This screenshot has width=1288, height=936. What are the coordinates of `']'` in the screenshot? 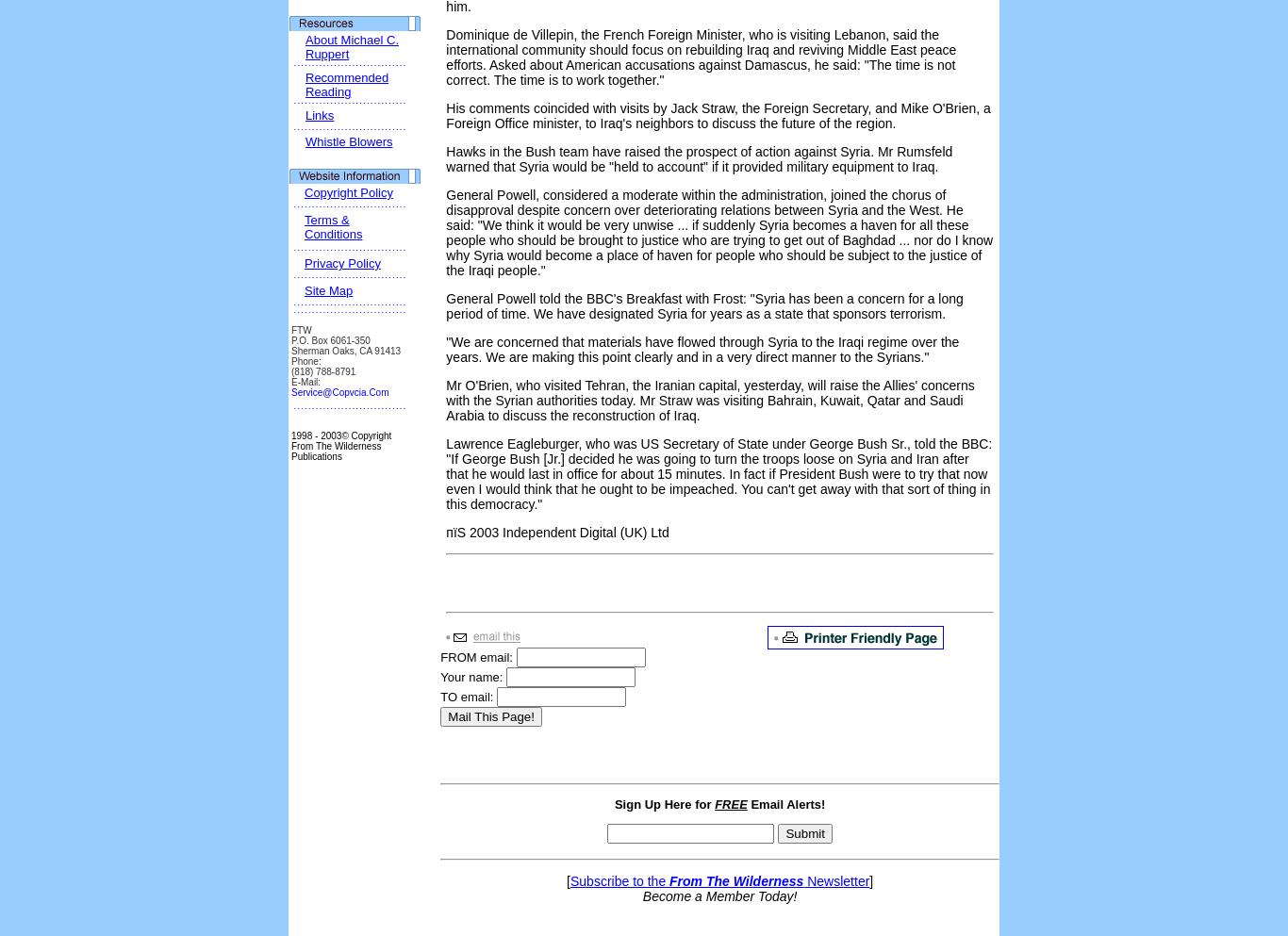 It's located at (870, 880).